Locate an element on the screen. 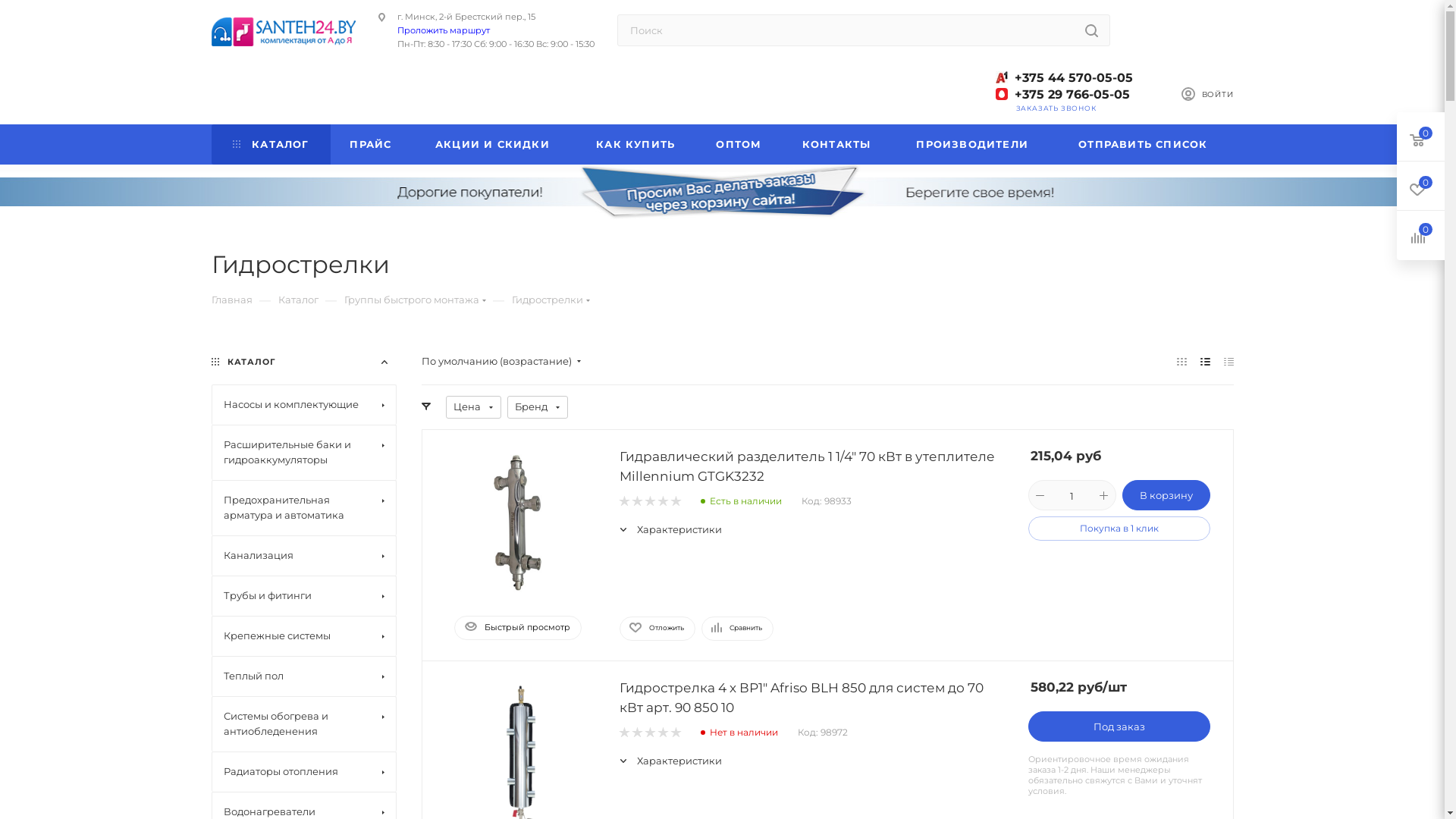  'mts.svg' is located at coordinates (1001, 93).